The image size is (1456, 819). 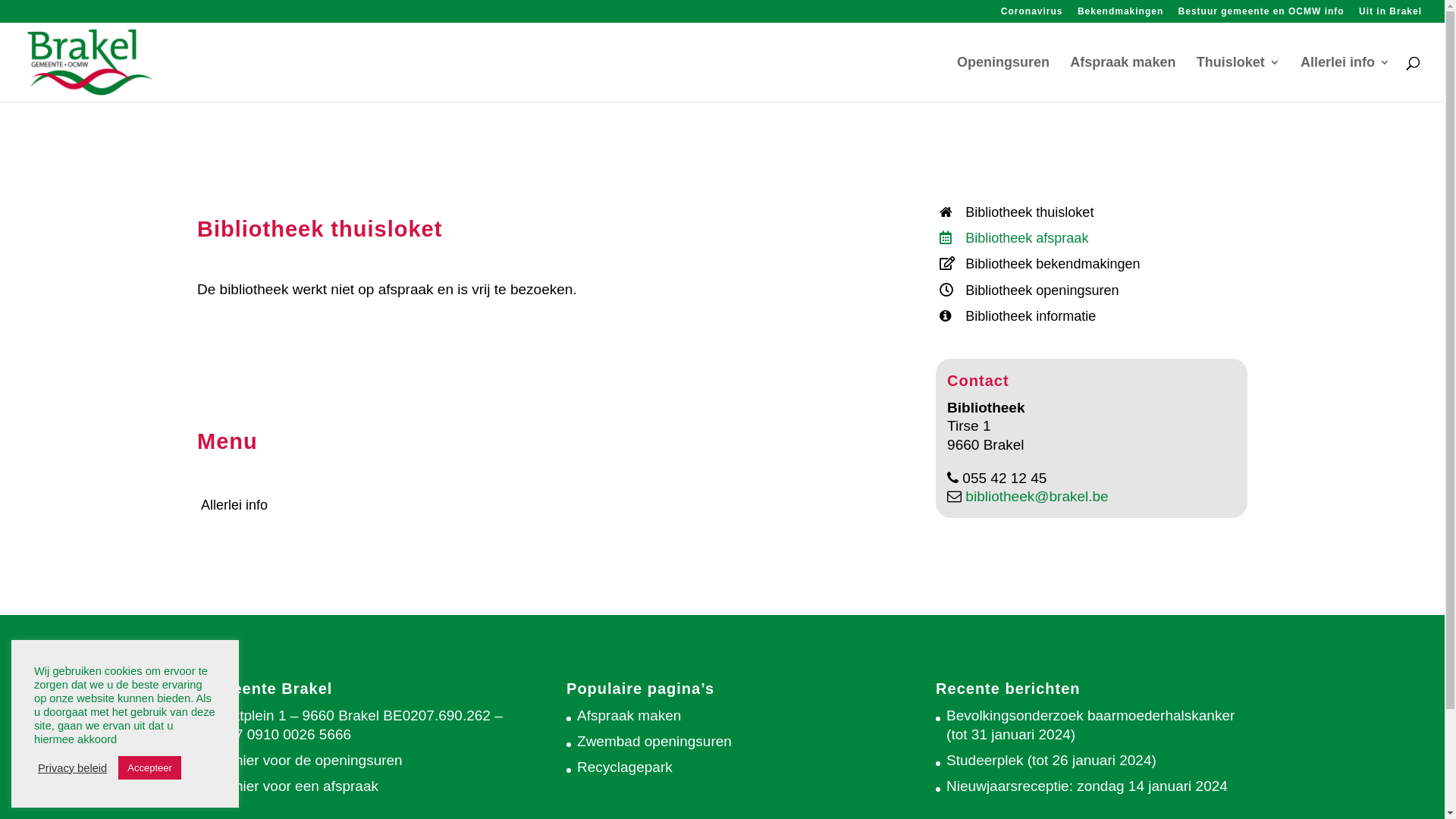 I want to click on 'bibliotheek@brakel.be', so click(x=960, y=496).